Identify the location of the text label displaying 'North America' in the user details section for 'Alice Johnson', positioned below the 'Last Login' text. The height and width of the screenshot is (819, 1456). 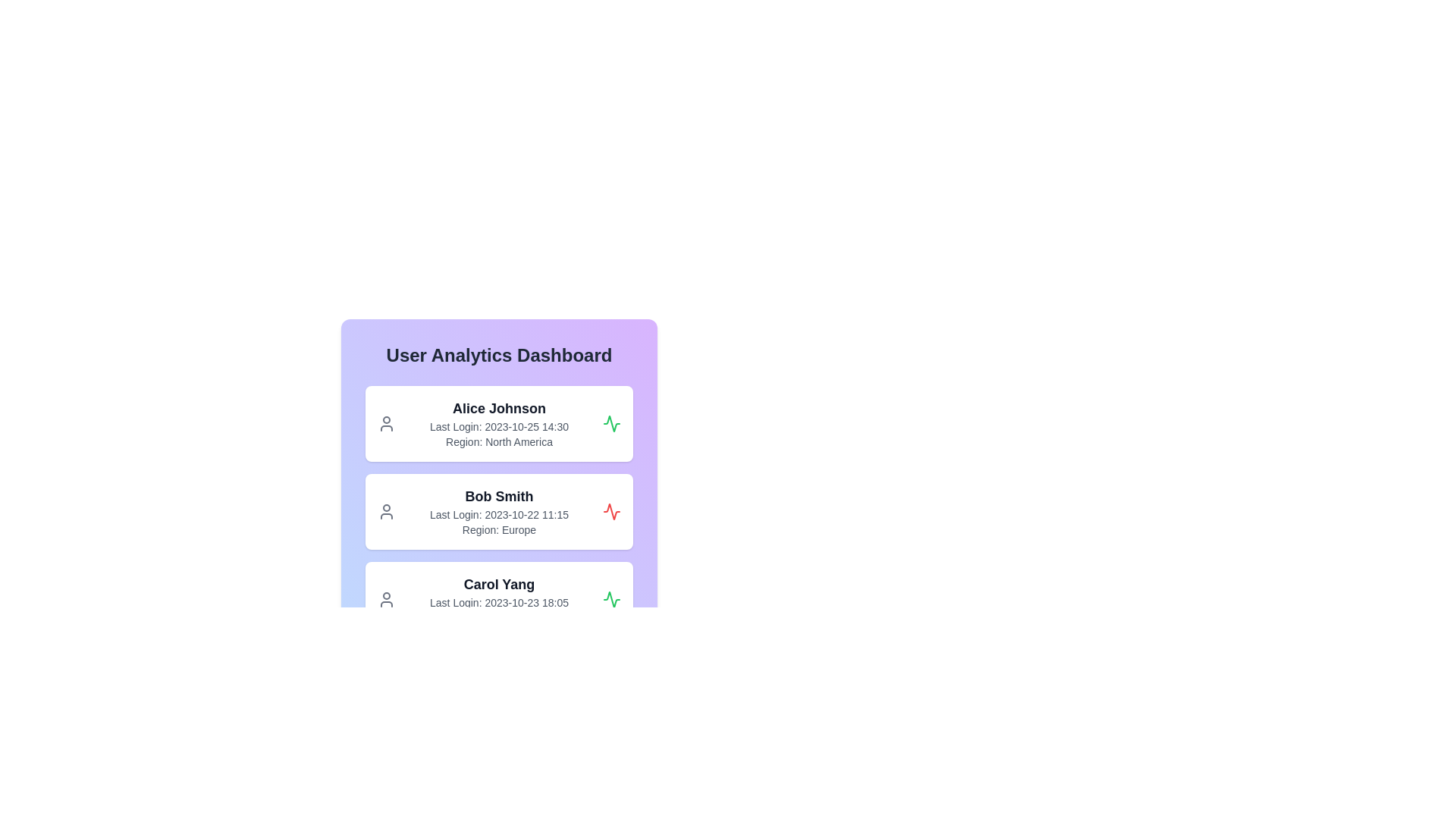
(499, 441).